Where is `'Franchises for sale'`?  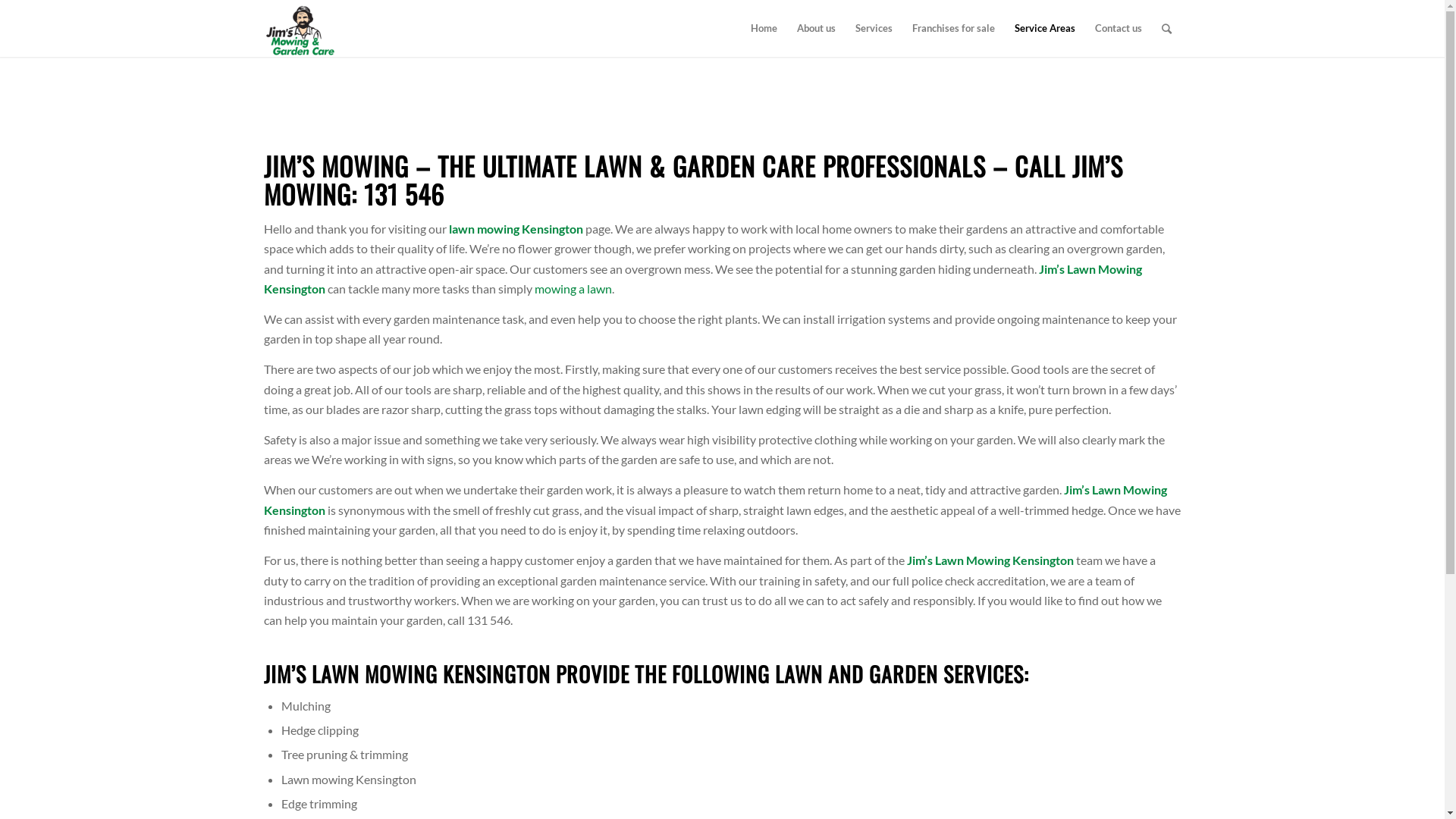 'Franchises for sale' is located at coordinates (952, 28).